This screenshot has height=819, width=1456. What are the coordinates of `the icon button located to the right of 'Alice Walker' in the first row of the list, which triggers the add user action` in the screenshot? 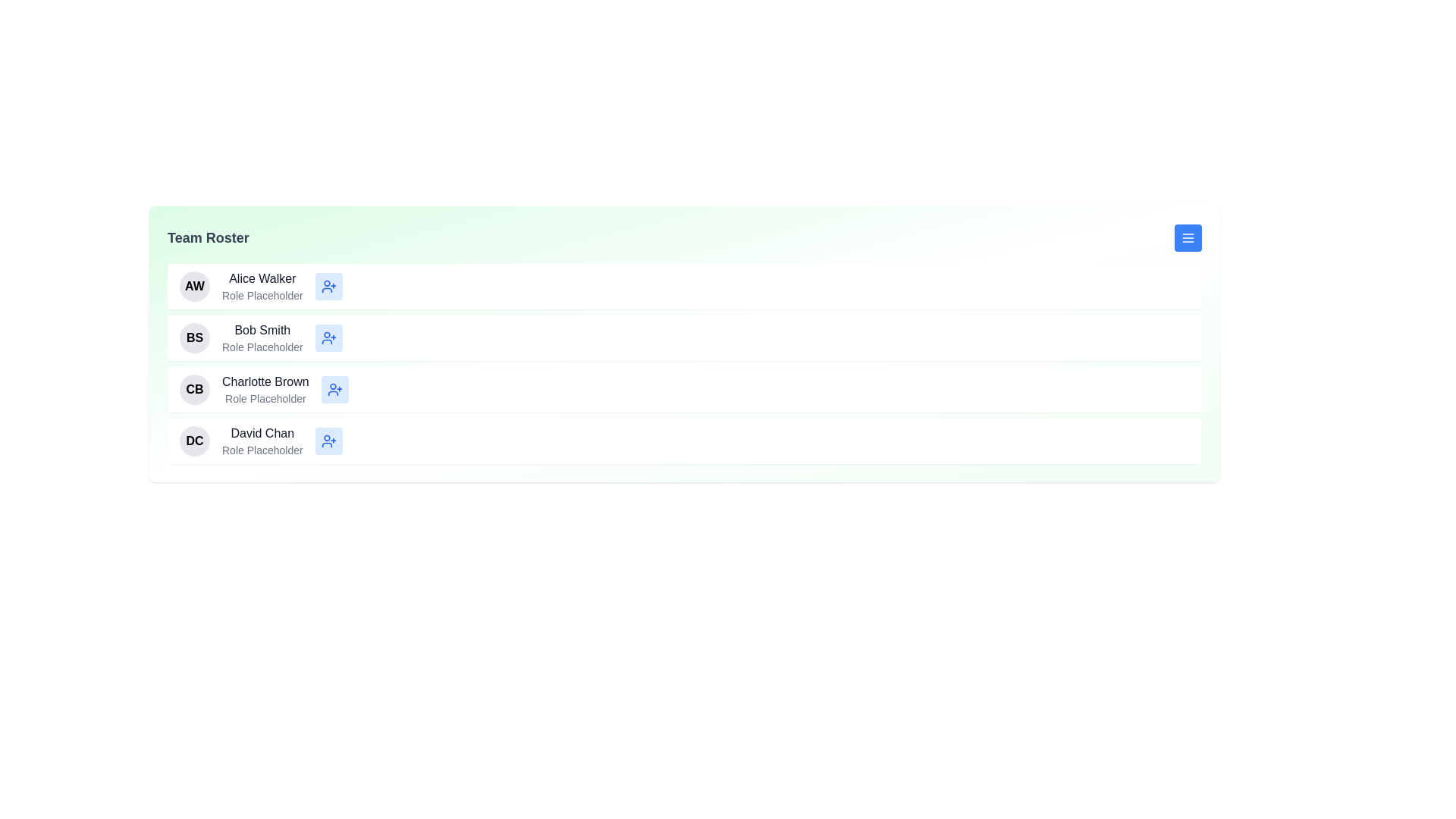 It's located at (328, 287).